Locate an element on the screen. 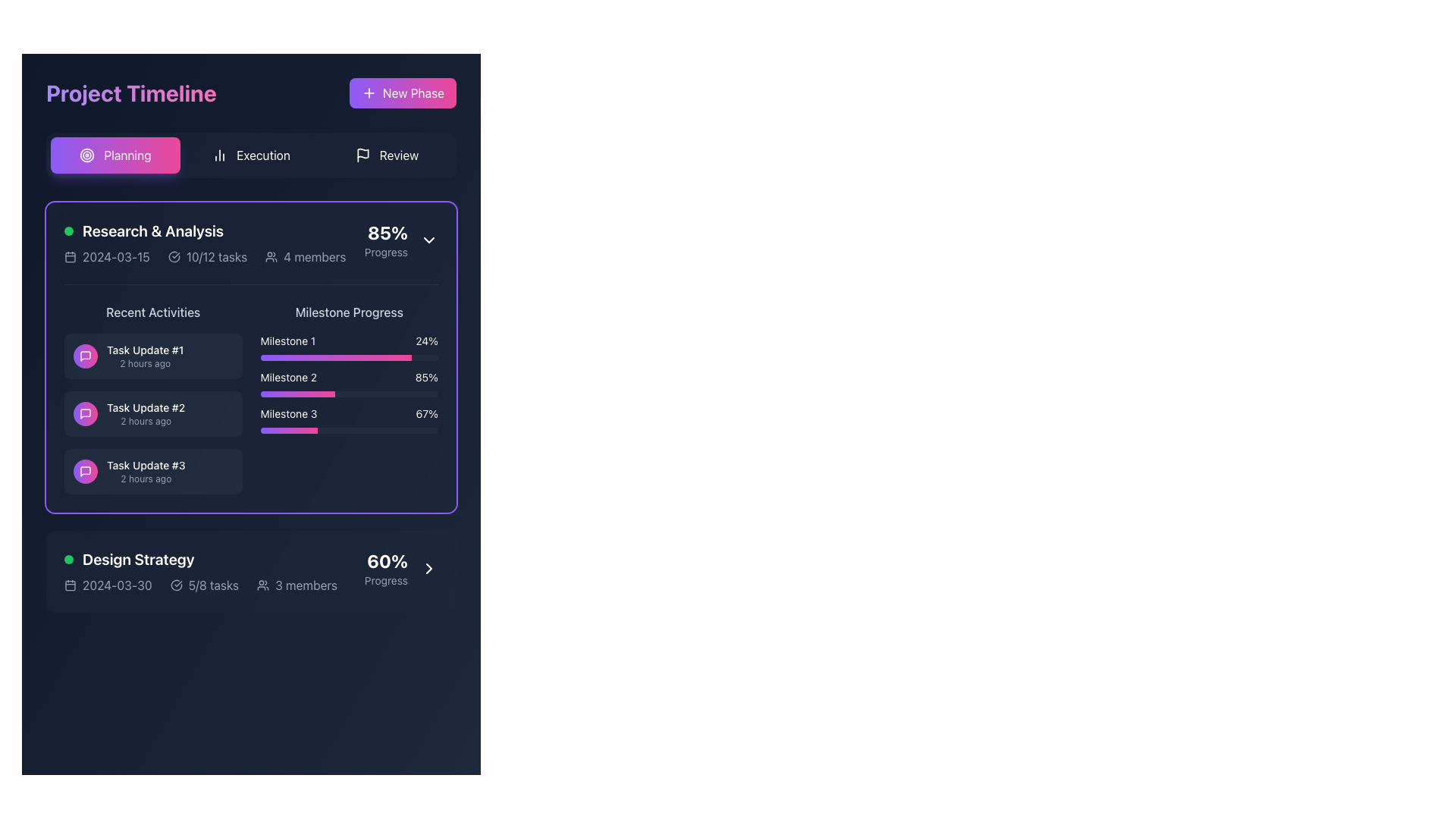 This screenshot has height=819, width=1456. the text label displaying '4 members' located within the 'Research & Analysis' panel, positioned near the top-right corner, to the right of the user icon and to the left of the '85% Progress' text is located at coordinates (314, 256).